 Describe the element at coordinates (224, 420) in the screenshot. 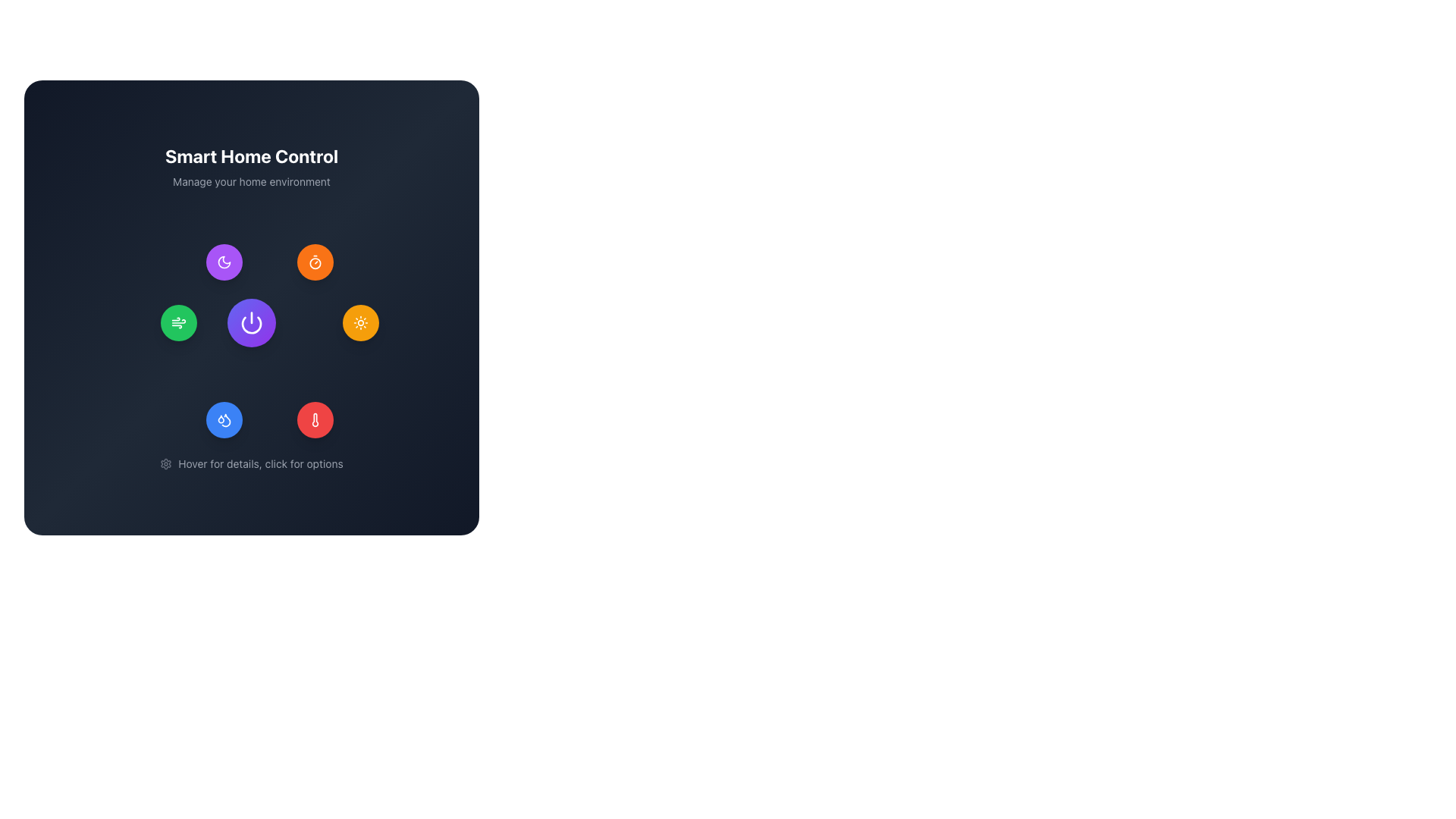

I see `the water or humidity control button, located in the bottom row of the control panel` at that location.